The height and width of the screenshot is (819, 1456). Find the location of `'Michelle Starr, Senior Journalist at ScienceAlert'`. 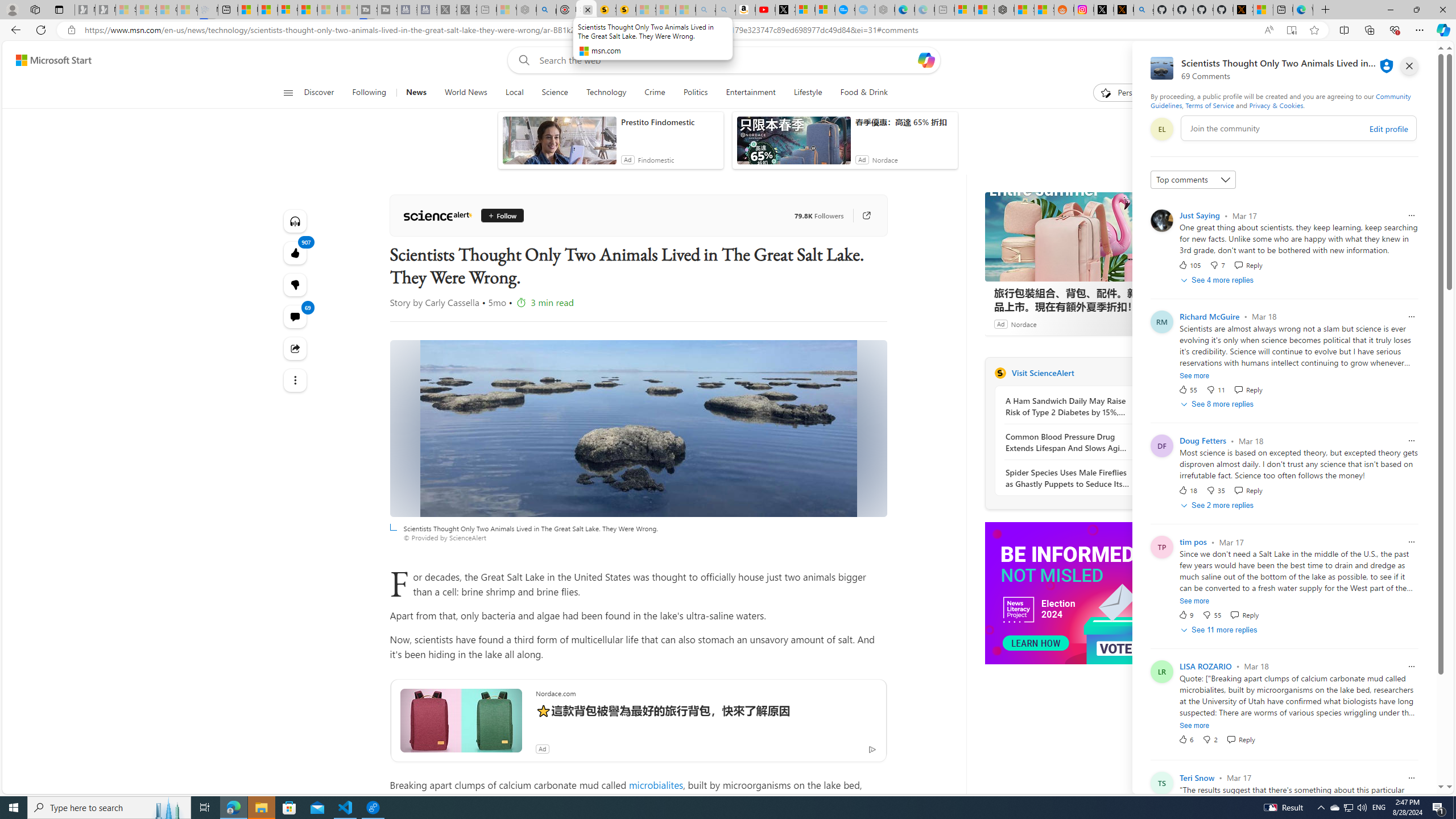

'Michelle Starr, Senior Journalist at ScienceAlert' is located at coordinates (626, 9).